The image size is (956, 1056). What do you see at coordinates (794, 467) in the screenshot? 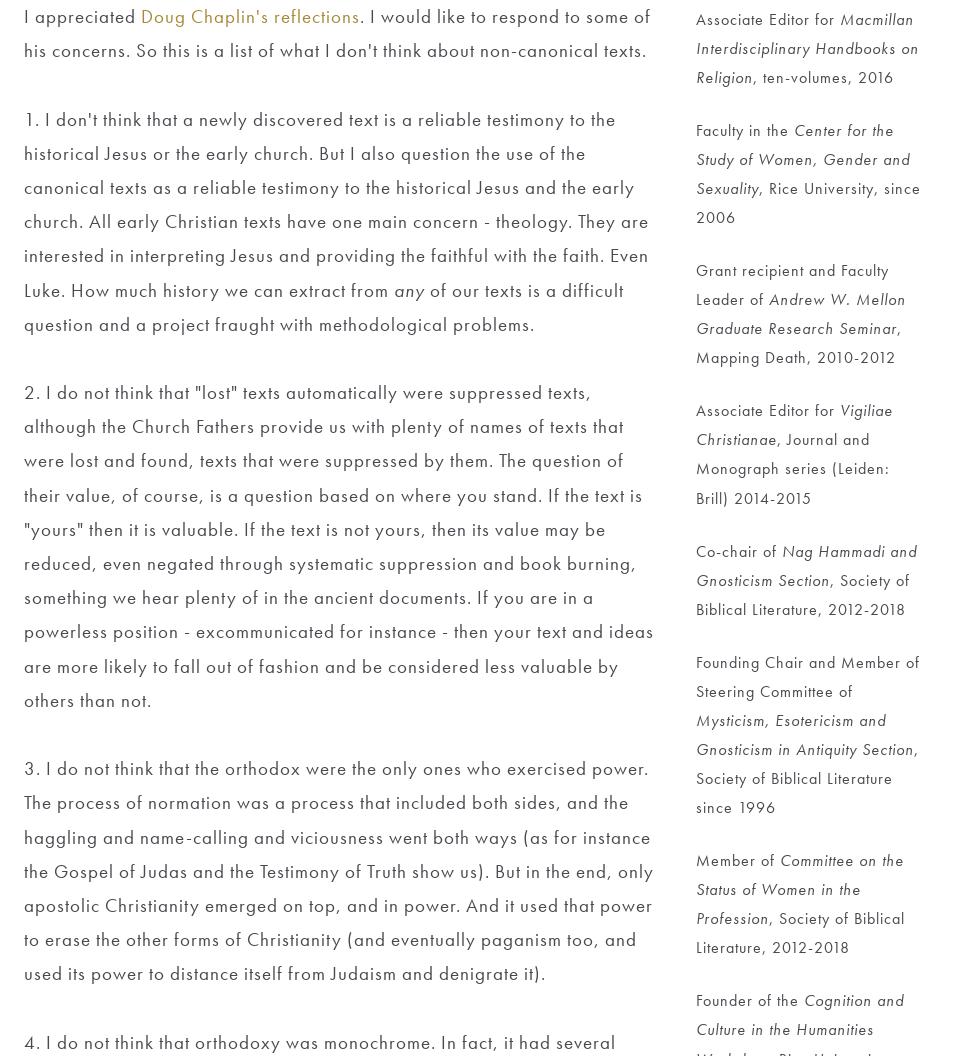
I see `', Journal and Monograph series (Leiden: Brill) 2014-2015'` at bounding box center [794, 467].